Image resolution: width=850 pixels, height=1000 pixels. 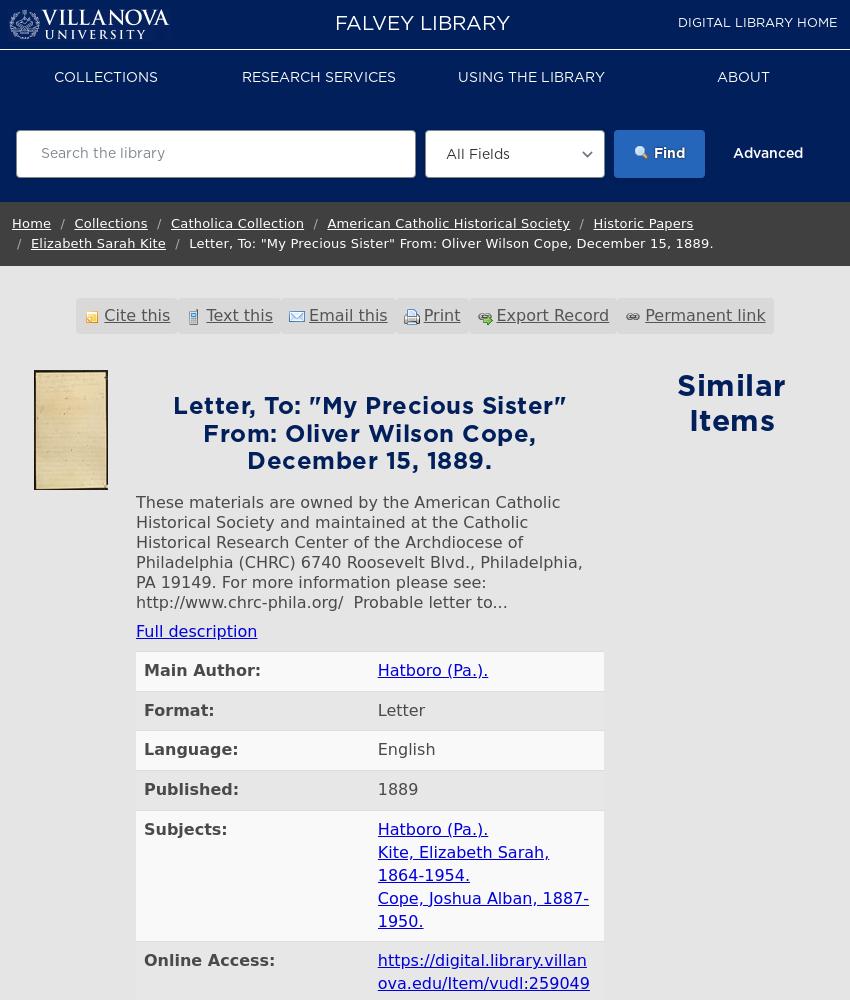 What do you see at coordinates (551, 314) in the screenshot?
I see `'Export Record'` at bounding box center [551, 314].